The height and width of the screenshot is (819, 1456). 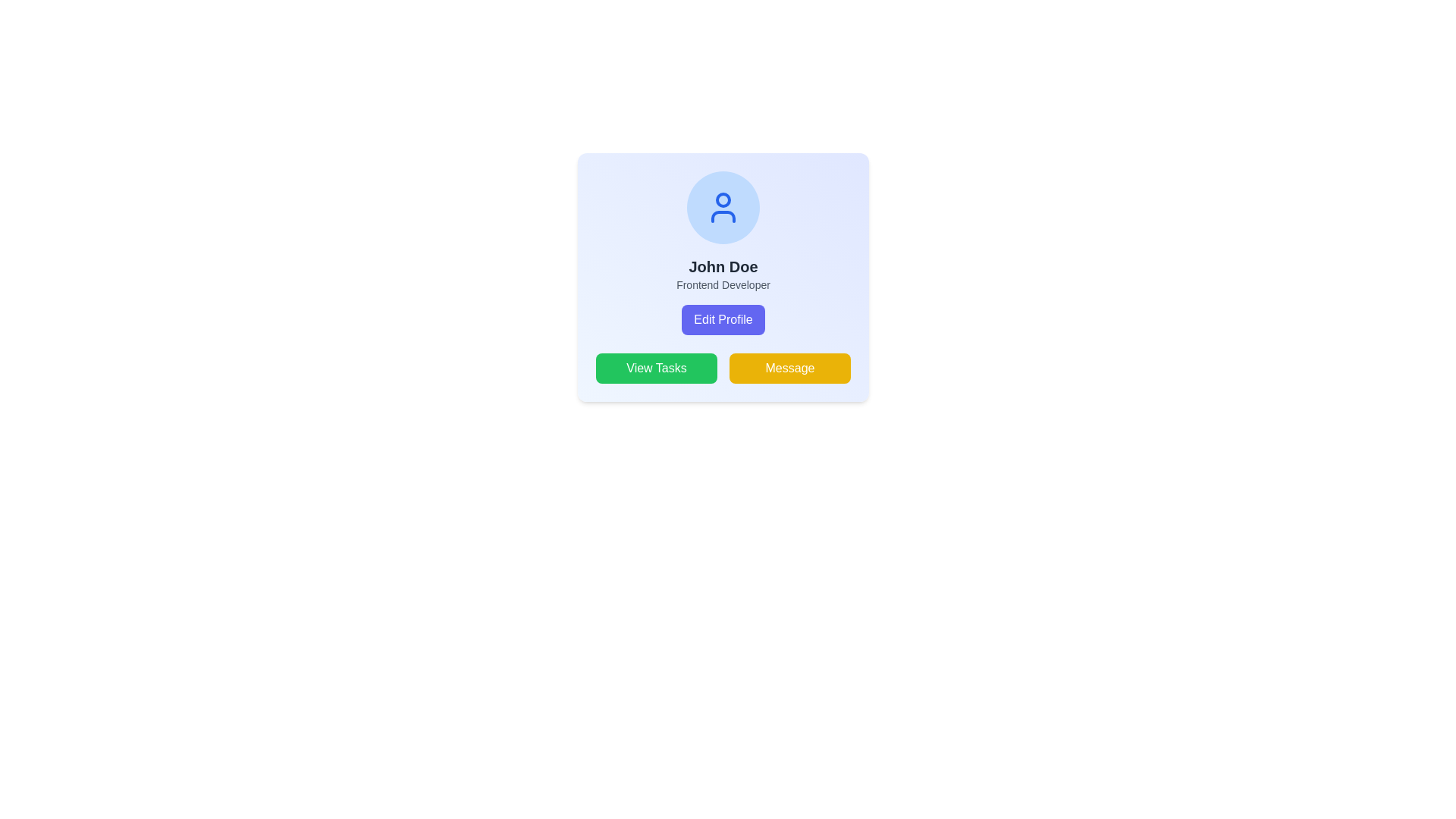 I want to click on the 'Edit Profile' button located at the bottom of the Card Component, which is styled with a blue background and white text, to initiate profile editing, so click(x=723, y=295).